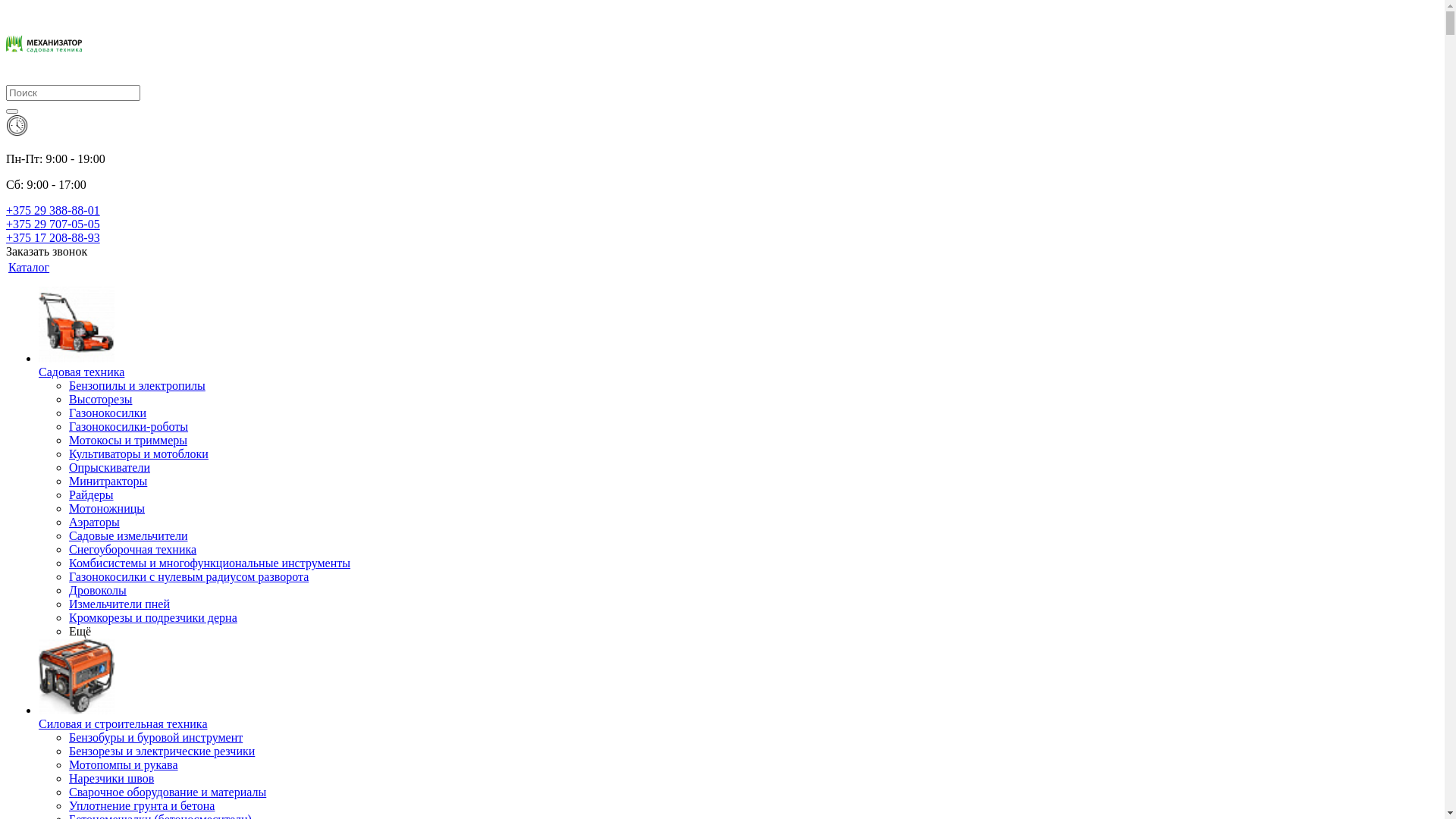 This screenshot has width=1456, height=819. Describe the element at coordinates (53, 224) in the screenshot. I see `'+375 29 707-05-05'` at that location.